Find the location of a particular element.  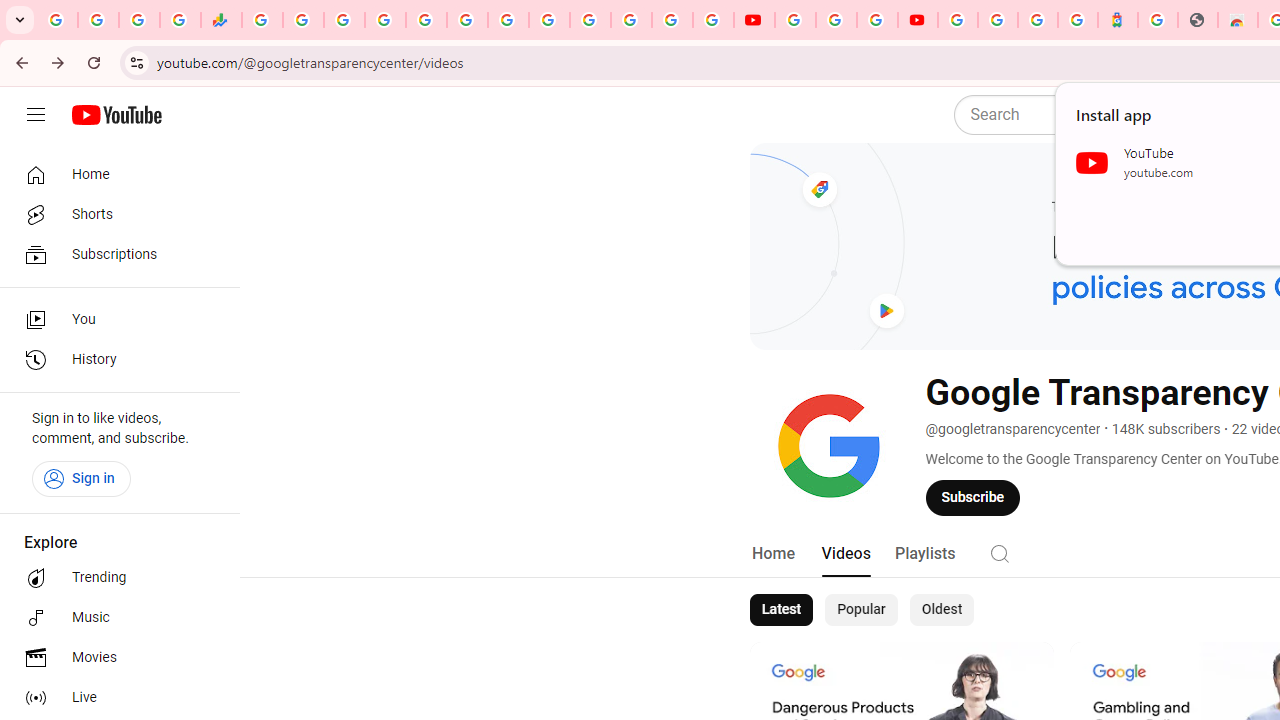

'Guide' is located at coordinates (35, 115).